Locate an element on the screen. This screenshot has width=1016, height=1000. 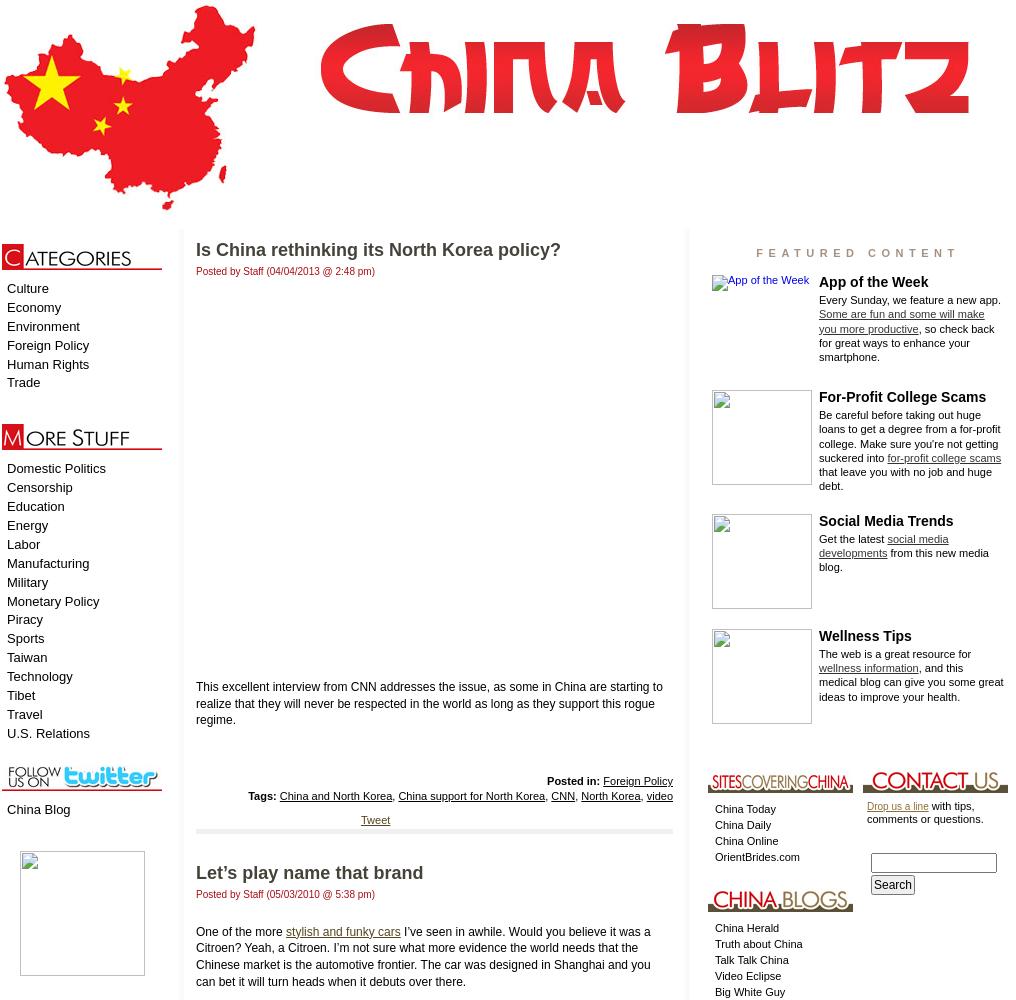
'Social Media Trends' is located at coordinates (885, 520).